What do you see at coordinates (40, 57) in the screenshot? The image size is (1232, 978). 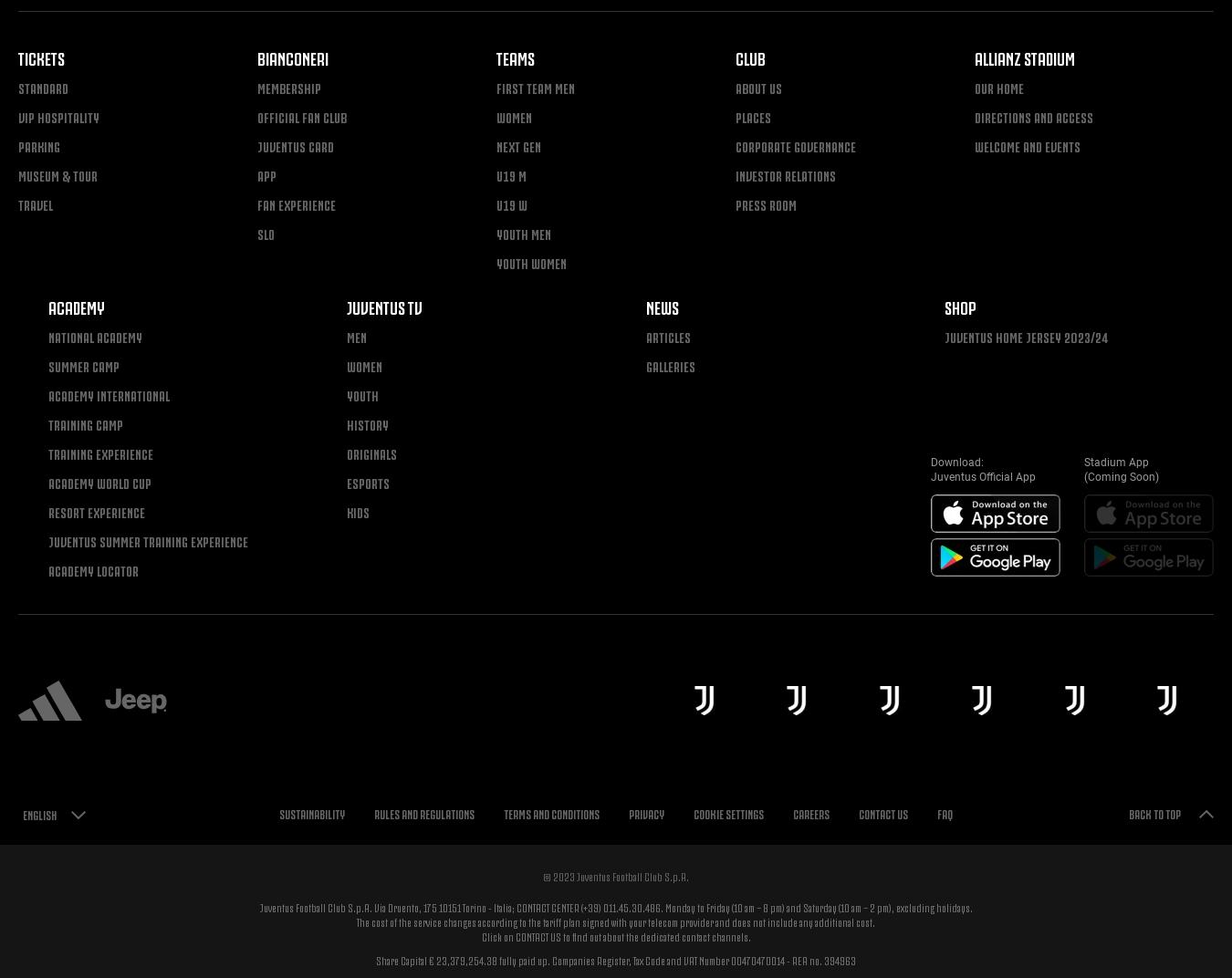 I see `'Tickets'` at bounding box center [40, 57].